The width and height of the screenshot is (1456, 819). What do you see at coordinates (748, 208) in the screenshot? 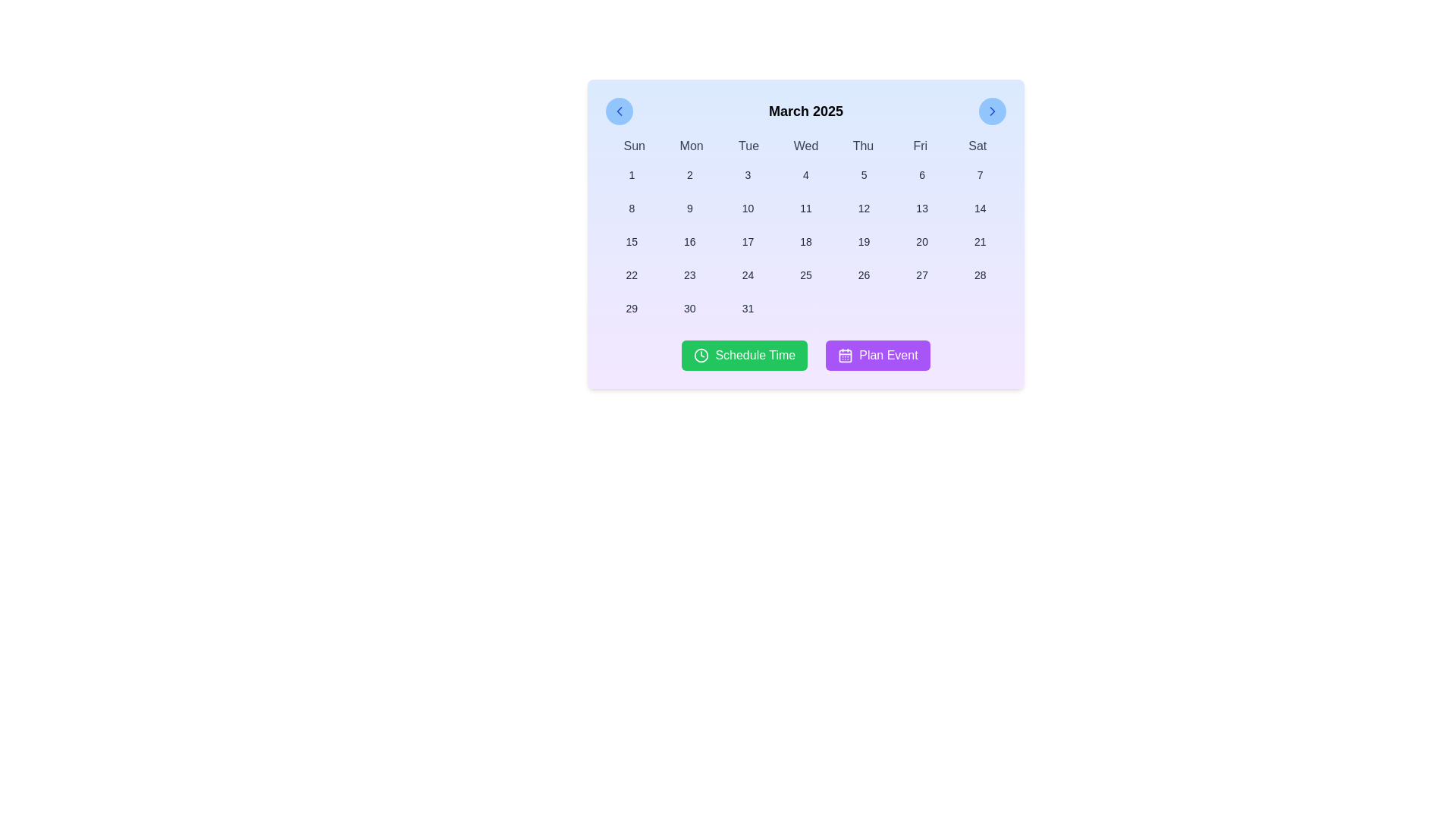
I see `the selectable date button for the date '10'` at bounding box center [748, 208].